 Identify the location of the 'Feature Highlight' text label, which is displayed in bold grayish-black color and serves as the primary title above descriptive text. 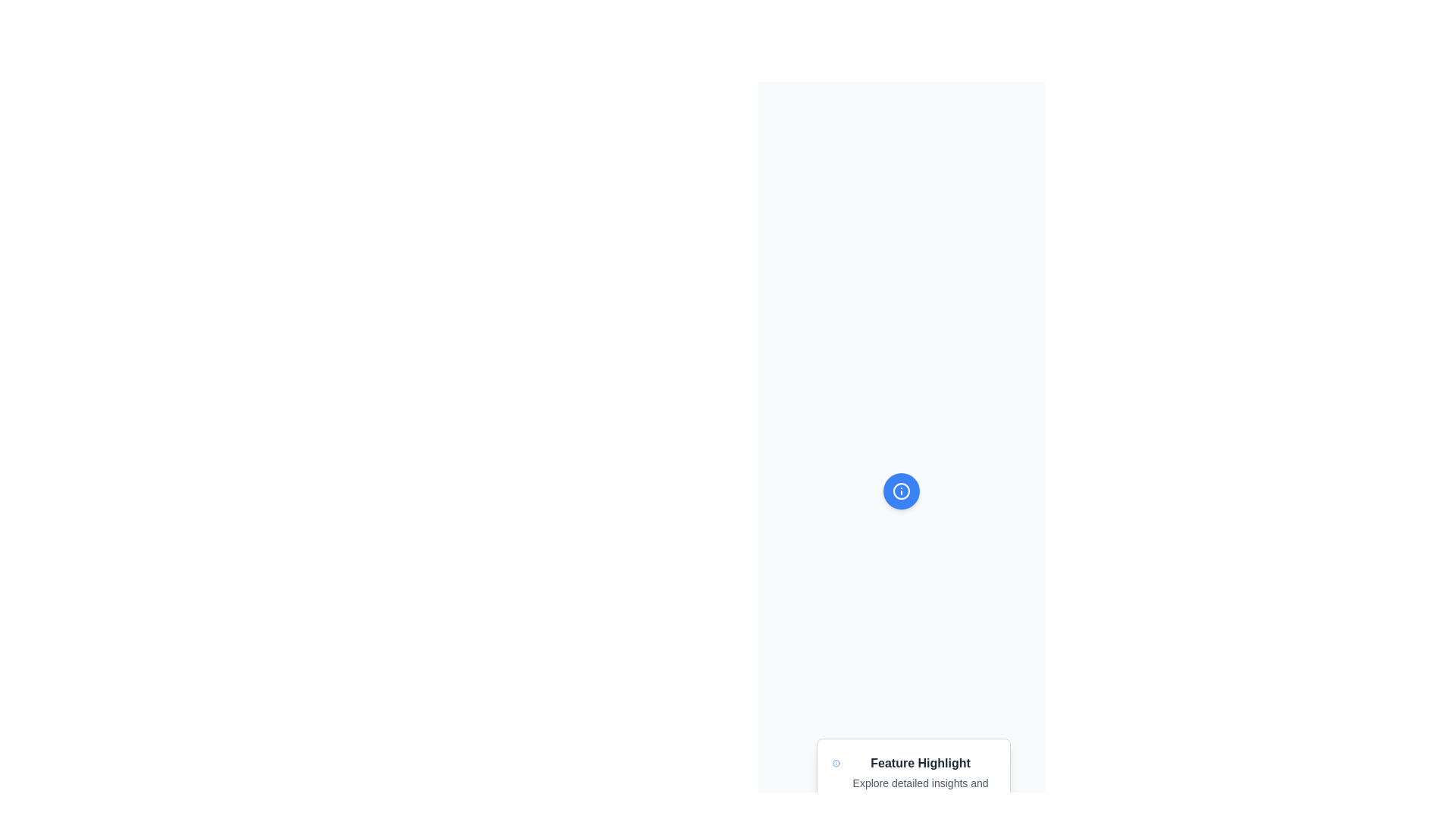
(920, 763).